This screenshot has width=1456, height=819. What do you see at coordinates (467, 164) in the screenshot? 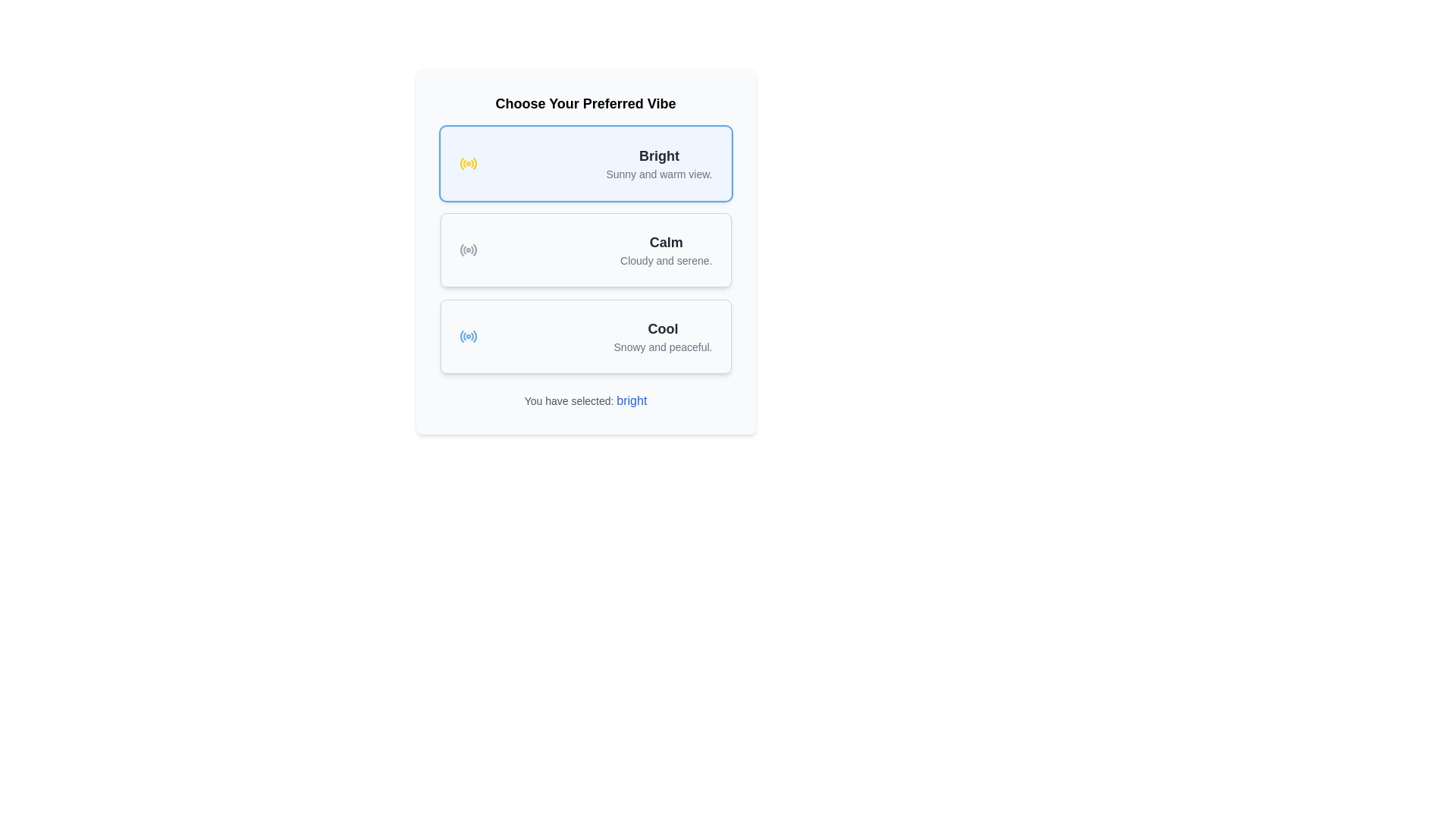
I see `the 'Bright' option indicator to confirm if it is currently selected, as it visually signifies the selection within the mood options list` at bounding box center [467, 164].